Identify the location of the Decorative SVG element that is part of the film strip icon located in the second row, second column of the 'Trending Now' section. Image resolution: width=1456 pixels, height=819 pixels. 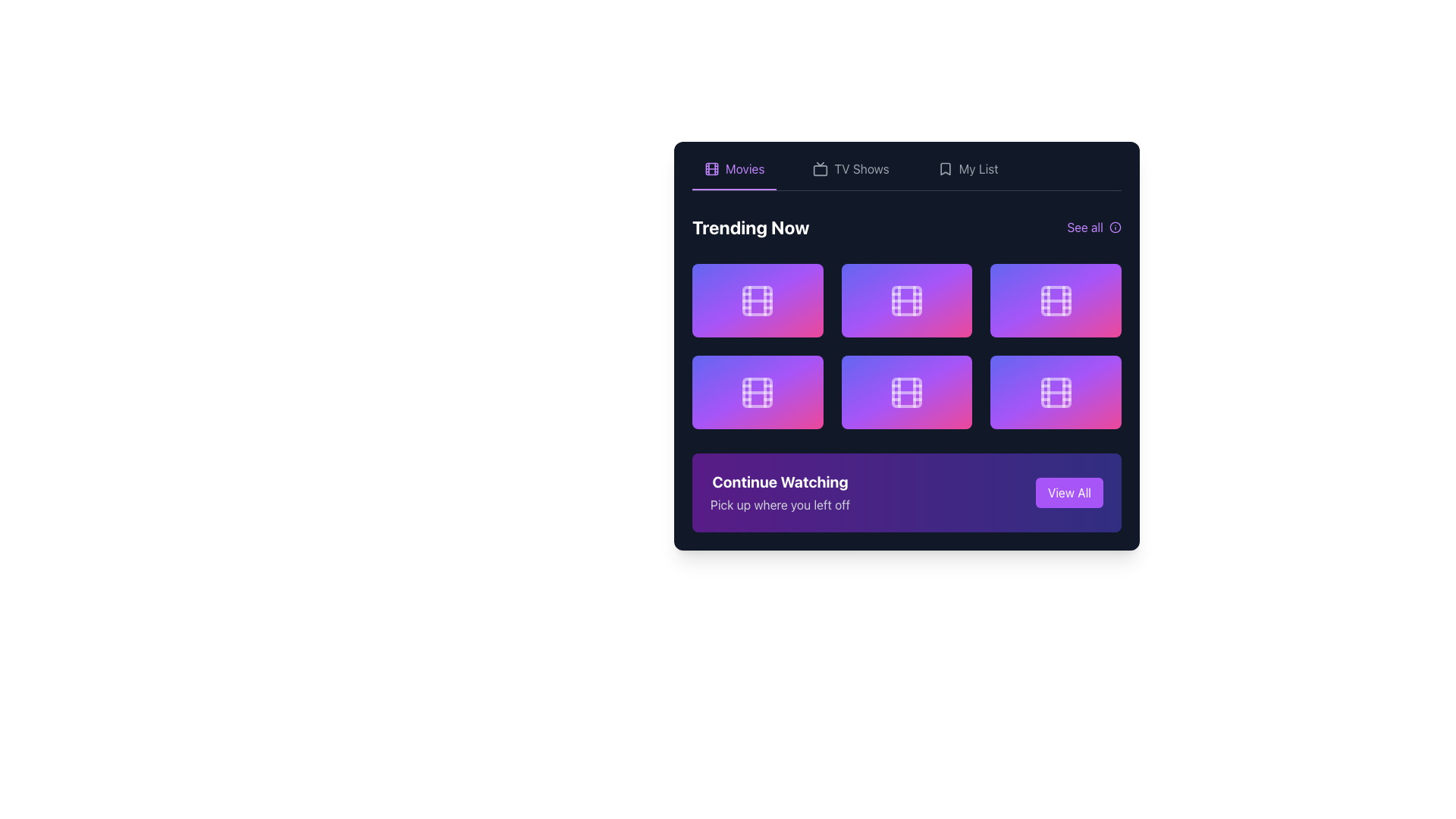
(906, 300).